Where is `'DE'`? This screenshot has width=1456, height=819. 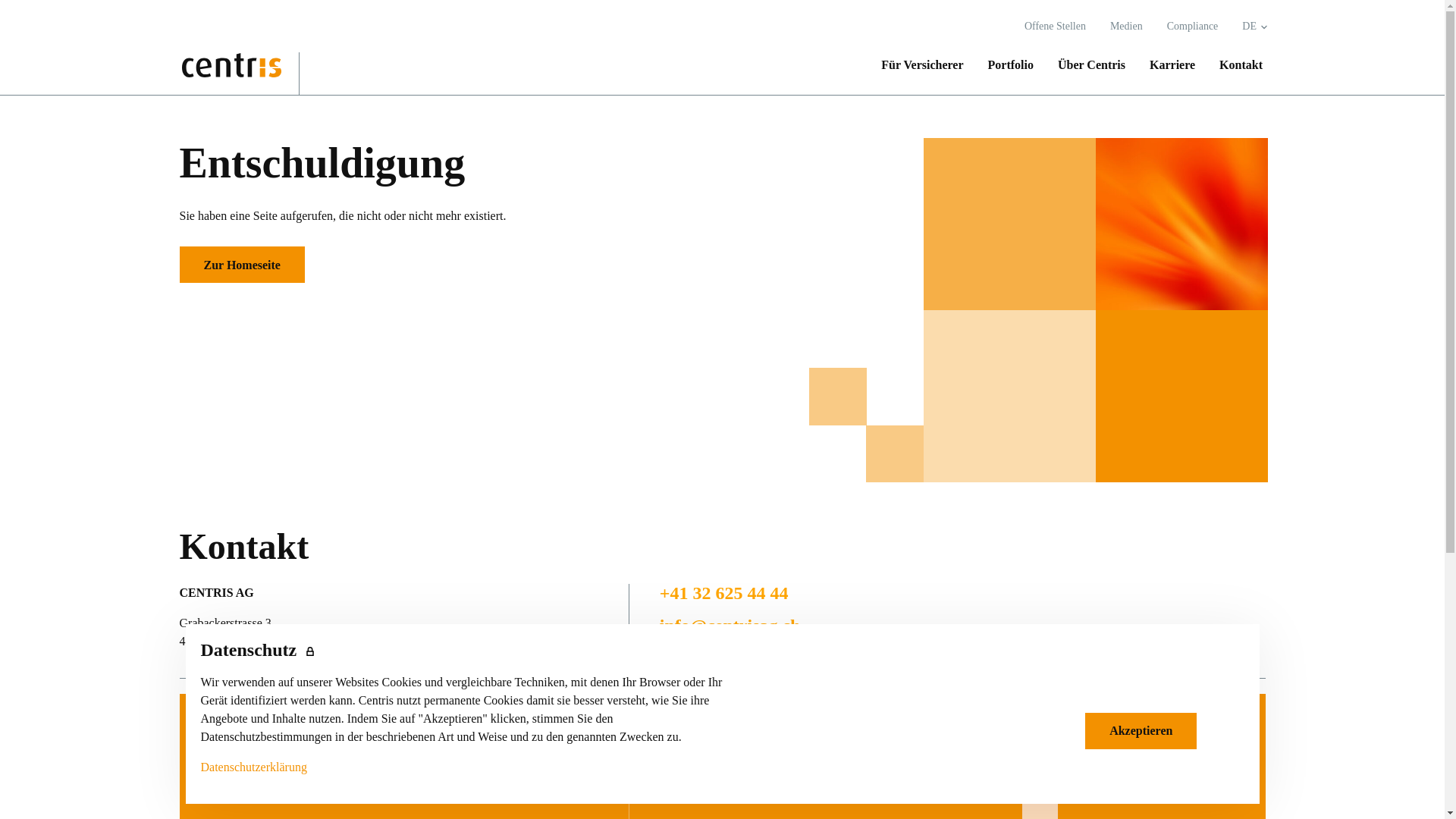 'DE' is located at coordinates (1248, 26).